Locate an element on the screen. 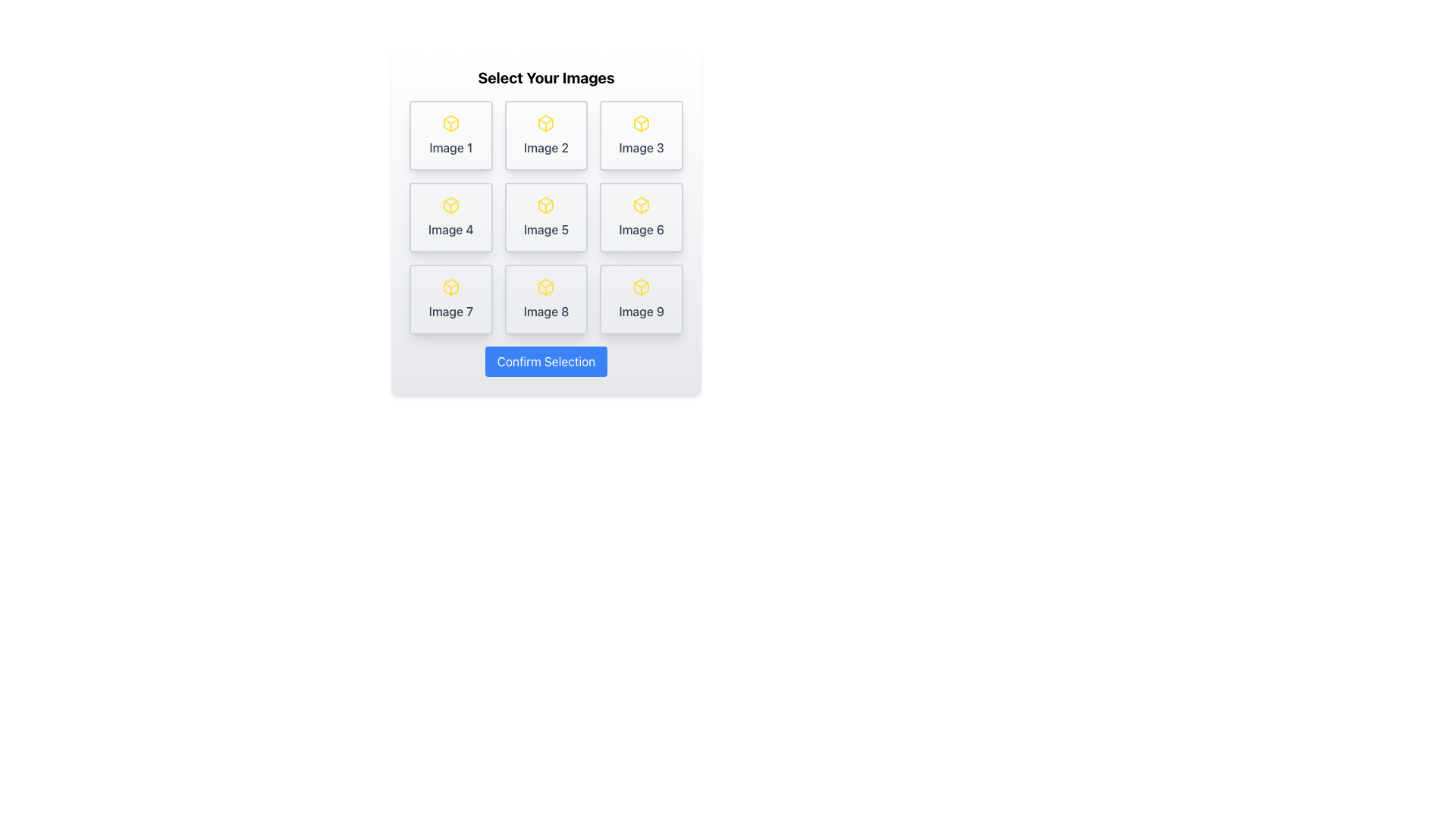  the text label displaying 'Image 1,' which is styled with a medium-weight font and gray text color, located below the yellow box icon in the first item of a 3x3 grid is located at coordinates (450, 148).